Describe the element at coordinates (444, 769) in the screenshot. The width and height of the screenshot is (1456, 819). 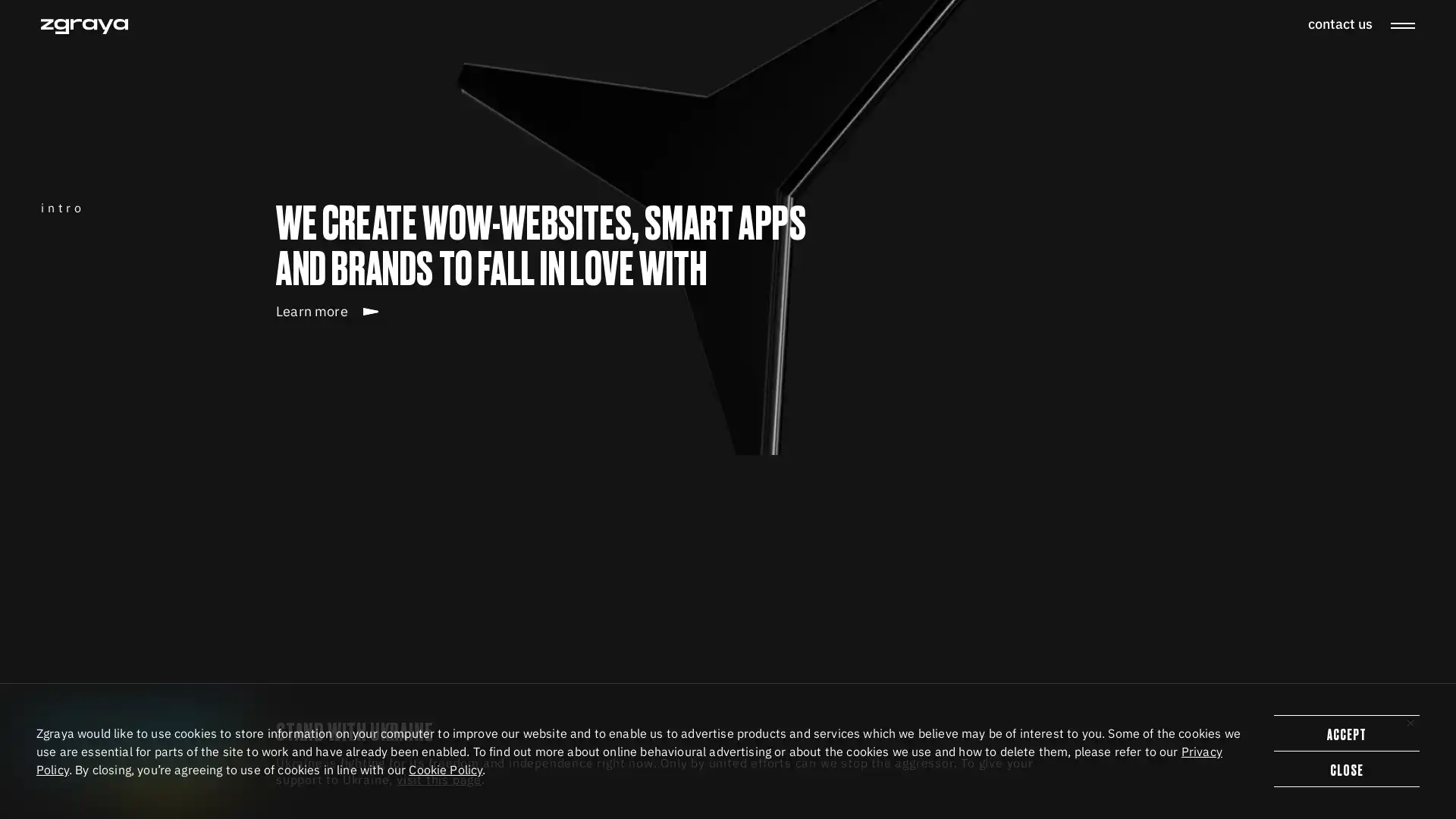
I see `learn more about cookies` at that location.